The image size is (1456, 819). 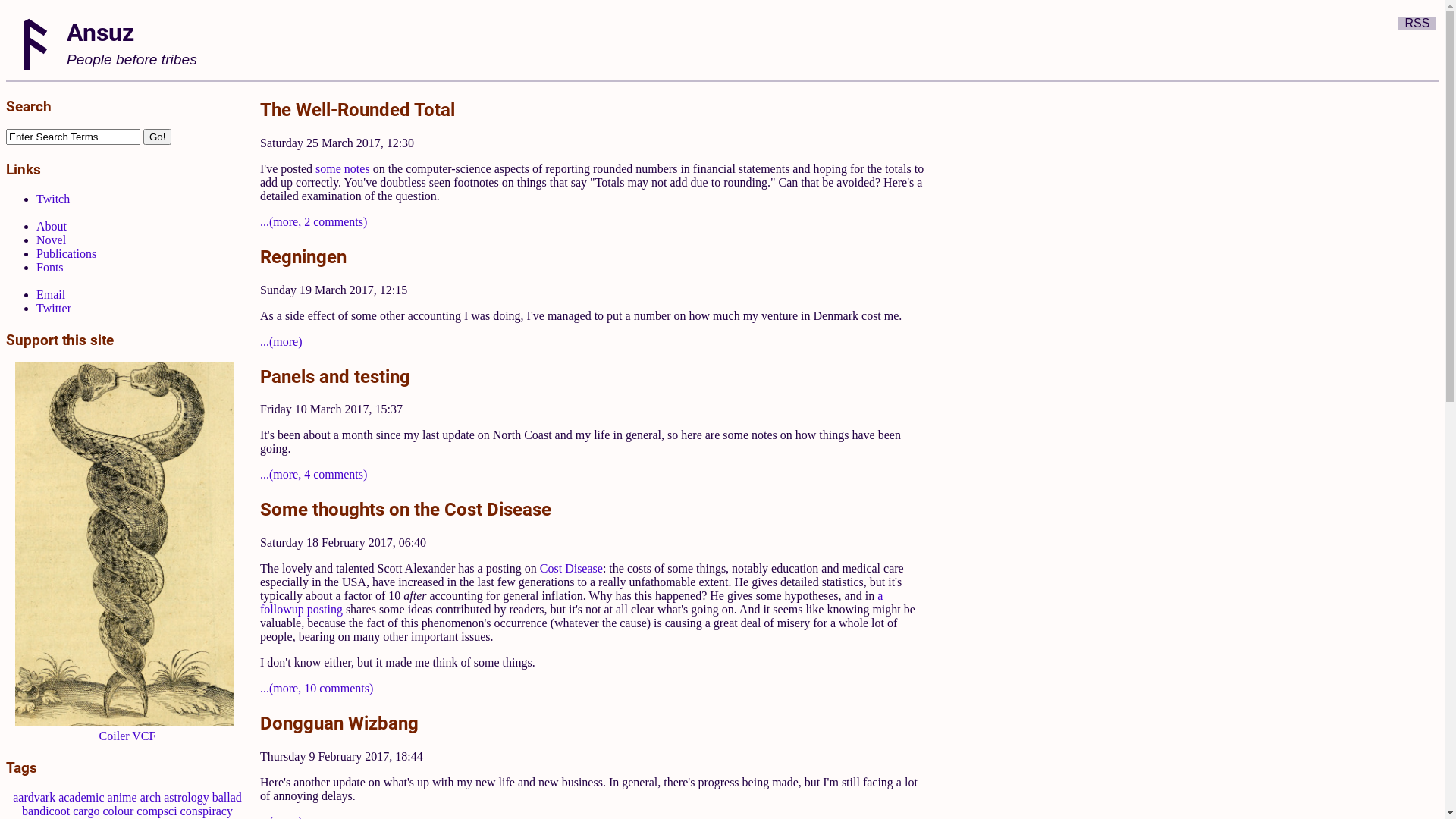 What do you see at coordinates (211, 796) in the screenshot?
I see `'ballad'` at bounding box center [211, 796].